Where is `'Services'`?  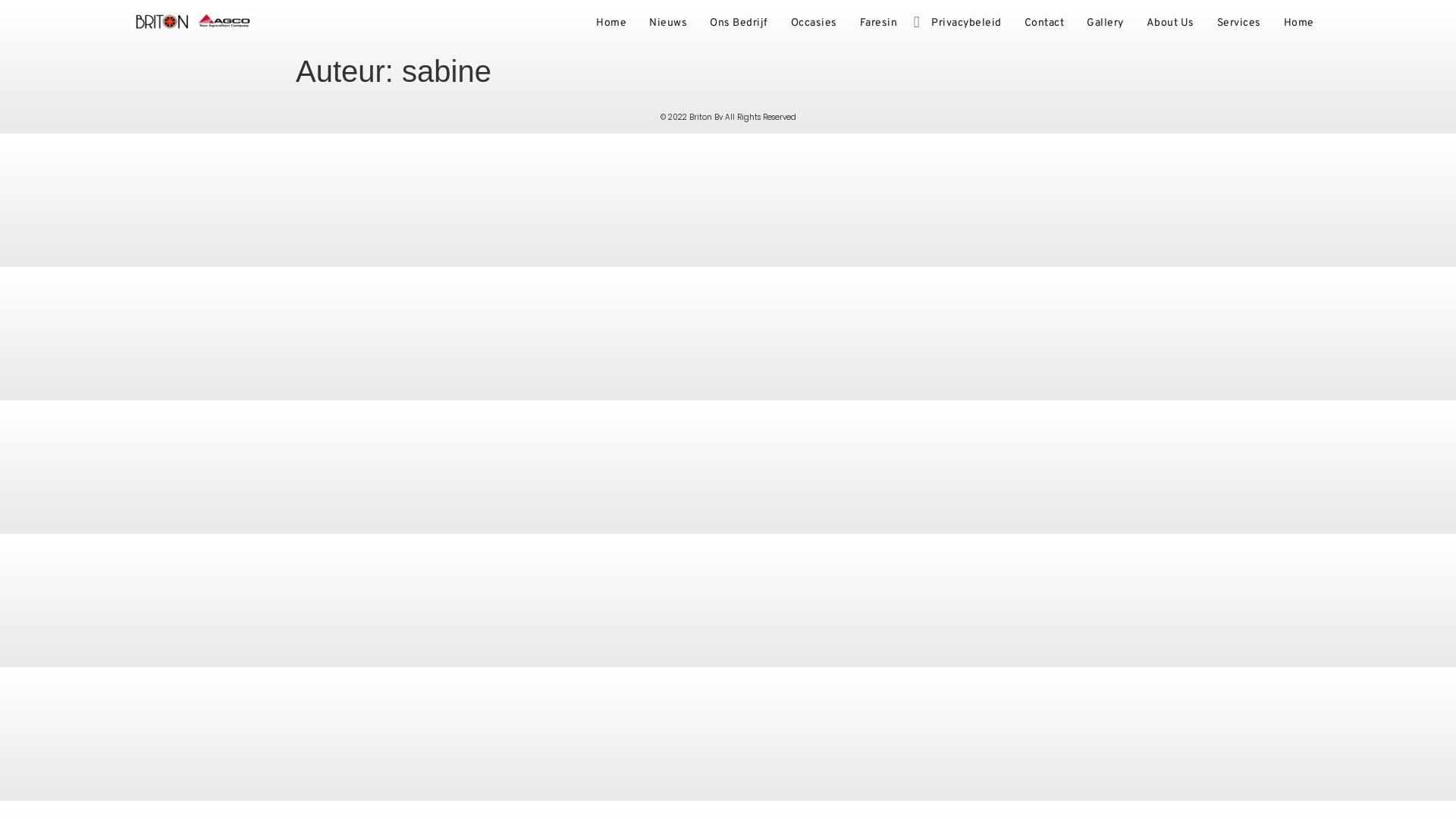 'Services' is located at coordinates (1204, 23).